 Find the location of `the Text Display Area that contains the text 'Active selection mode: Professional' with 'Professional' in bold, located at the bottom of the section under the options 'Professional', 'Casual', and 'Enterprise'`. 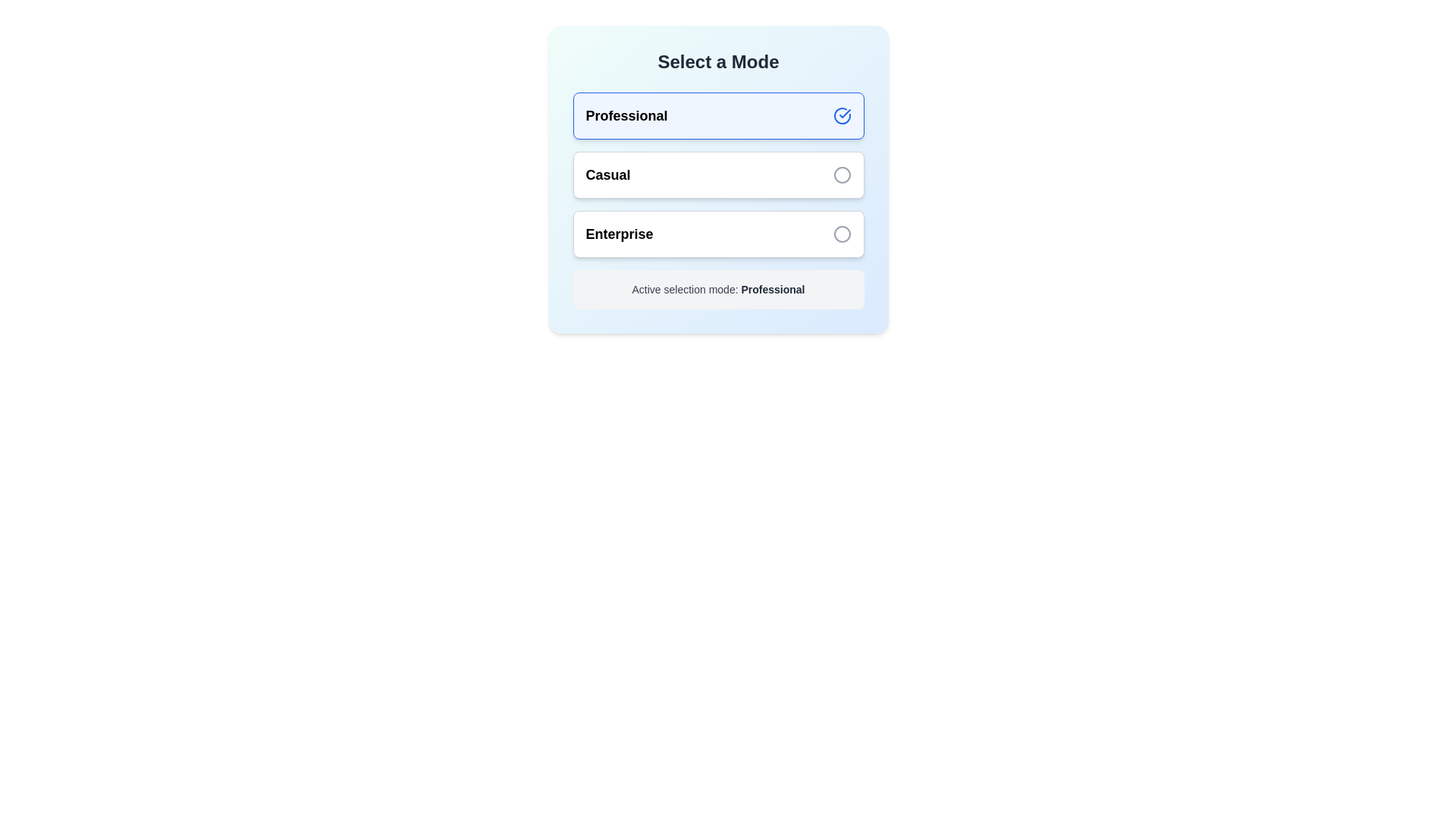

the Text Display Area that contains the text 'Active selection mode: Professional' with 'Professional' in bold, located at the bottom of the section under the options 'Professional', 'Casual', and 'Enterprise' is located at coordinates (717, 289).